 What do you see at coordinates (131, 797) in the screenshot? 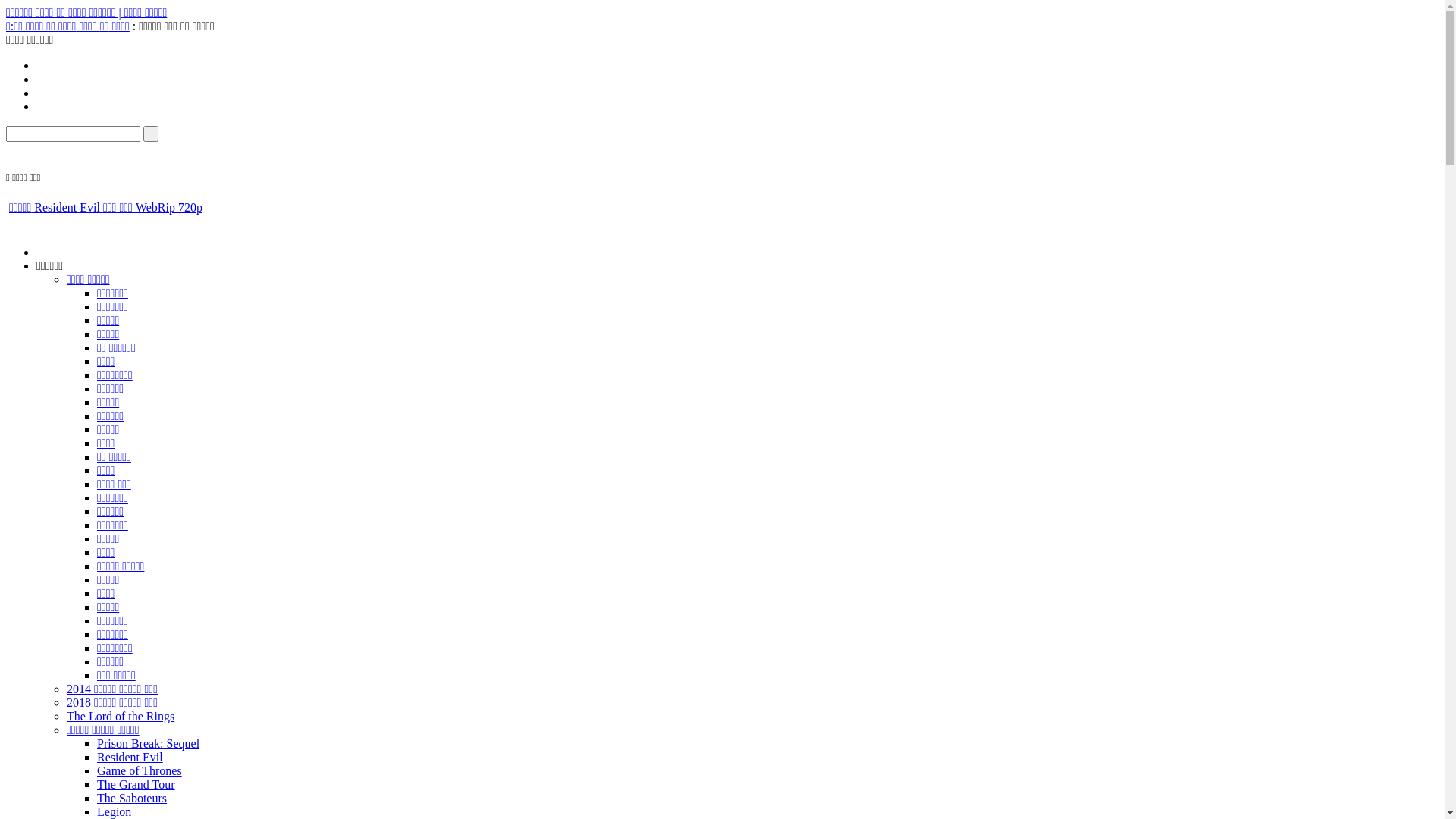
I see `'The Saboteurs'` at bounding box center [131, 797].